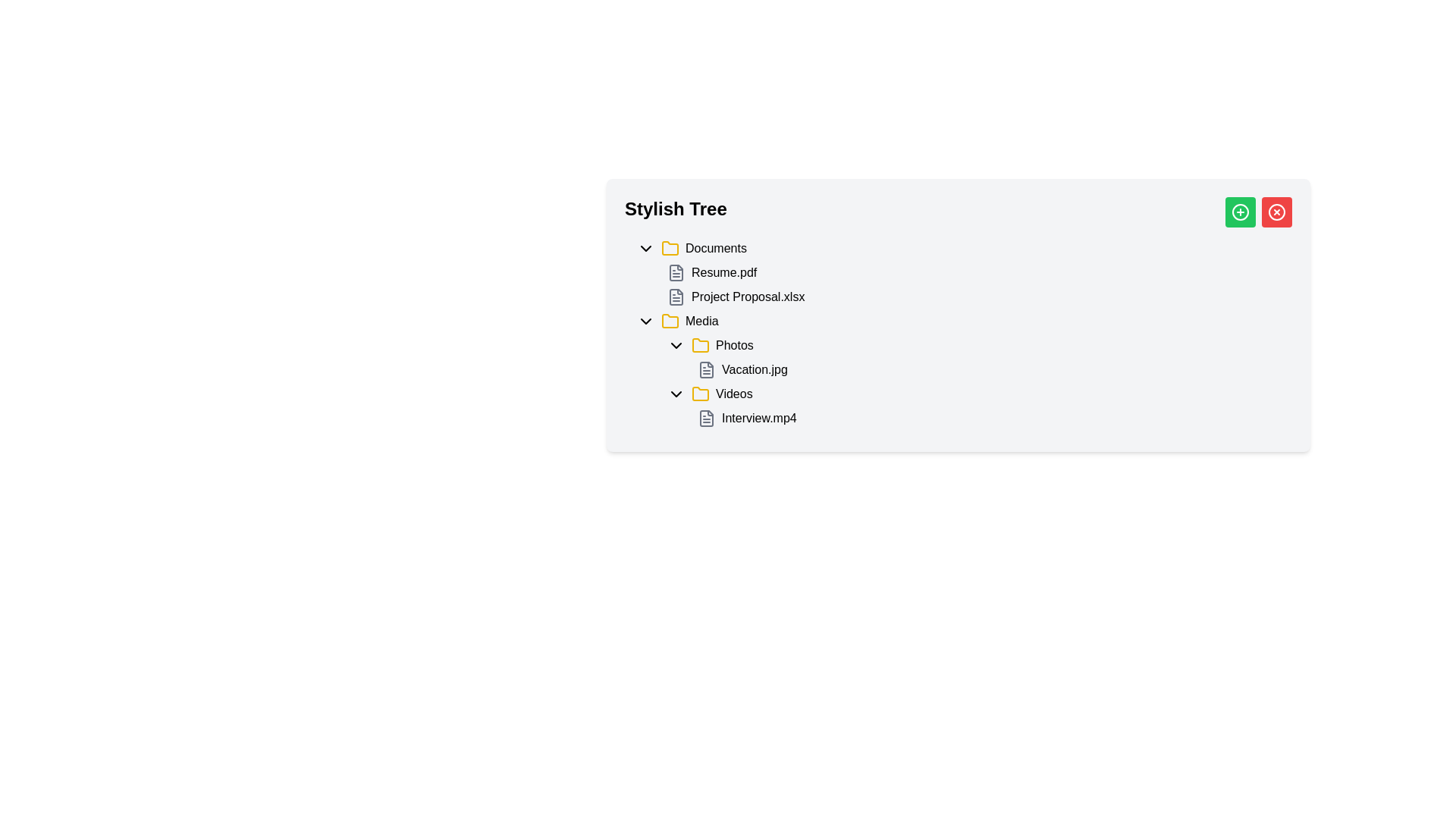  Describe the element at coordinates (669, 321) in the screenshot. I see `the 'Media' folder icon to interact with the category` at that location.